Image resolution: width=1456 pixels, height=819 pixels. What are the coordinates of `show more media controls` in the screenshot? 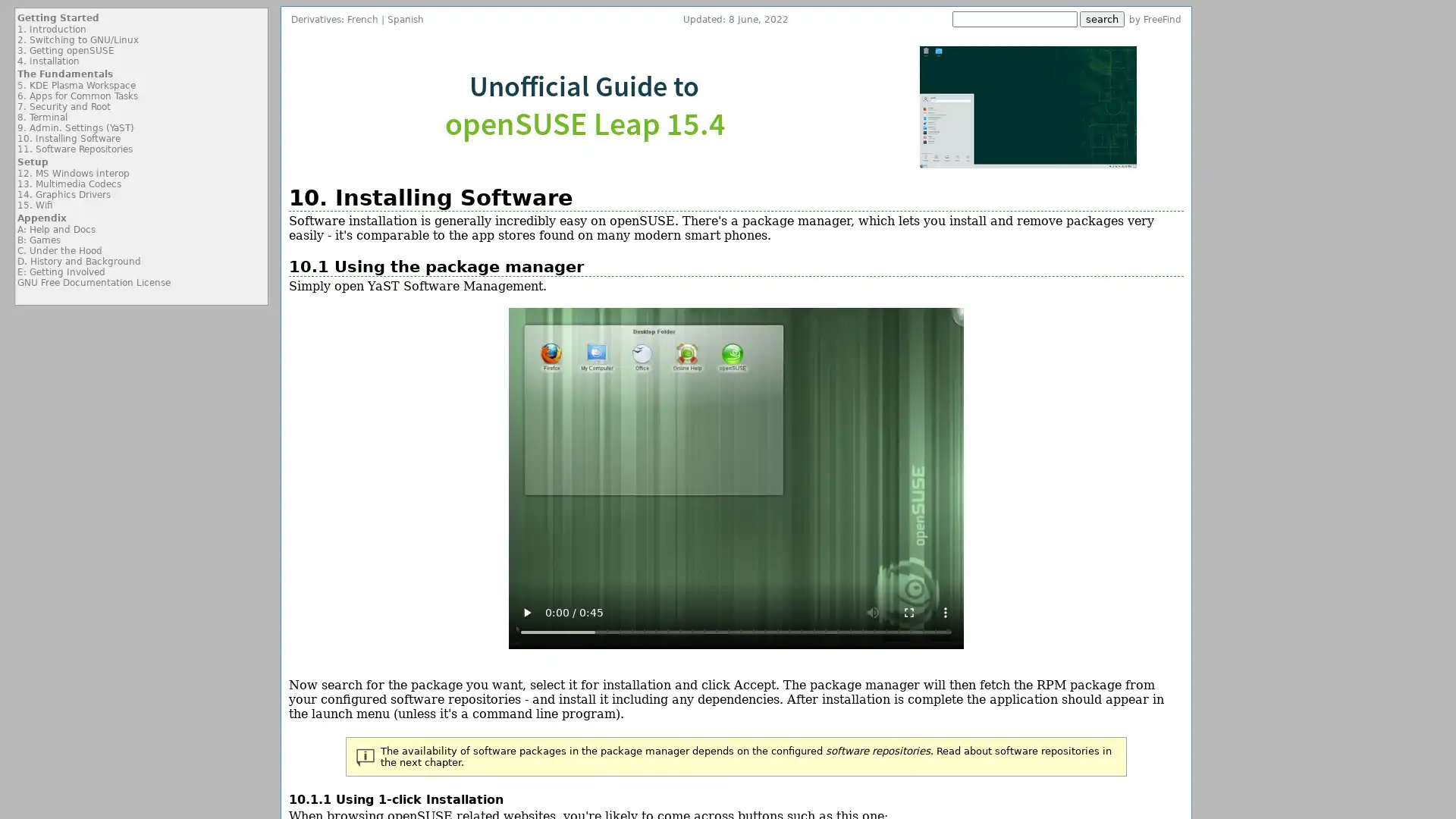 It's located at (944, 611).